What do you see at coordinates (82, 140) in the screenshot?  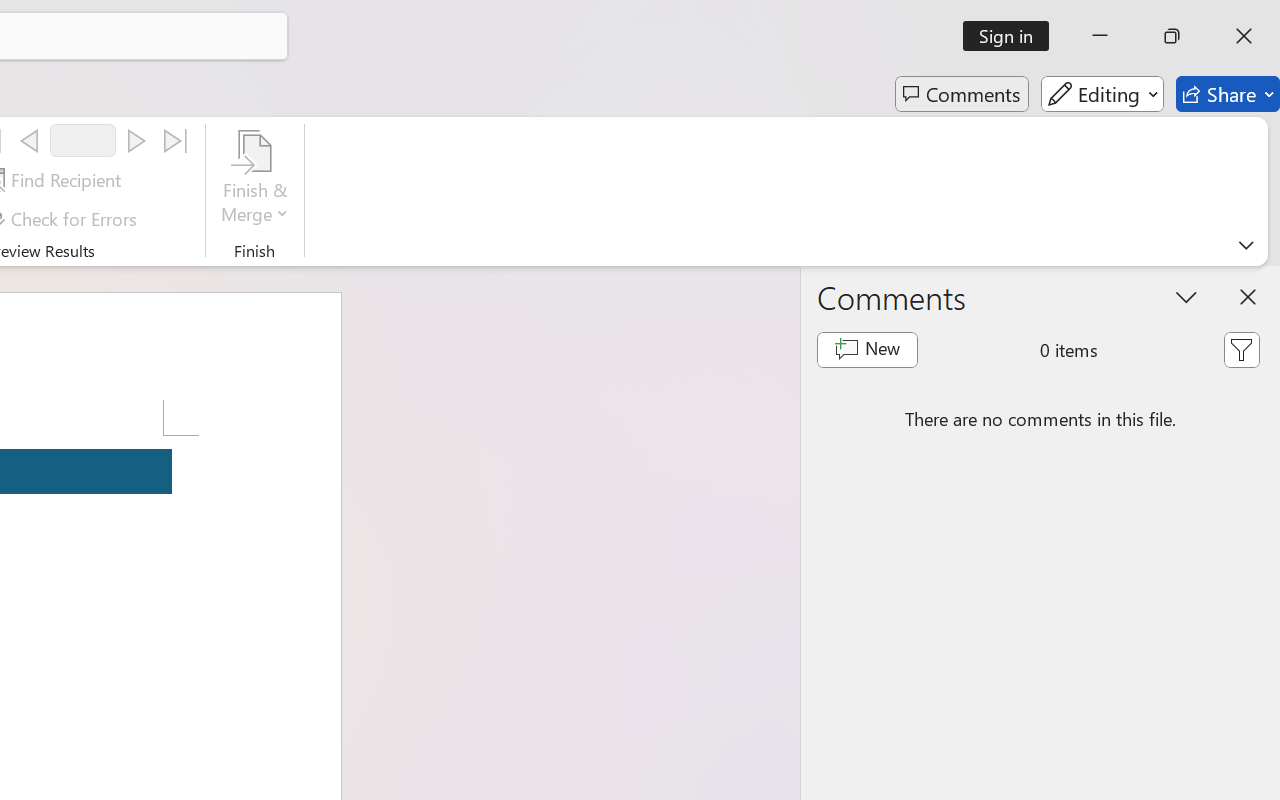 I see `'Record'` at bounding box center [82, 140].